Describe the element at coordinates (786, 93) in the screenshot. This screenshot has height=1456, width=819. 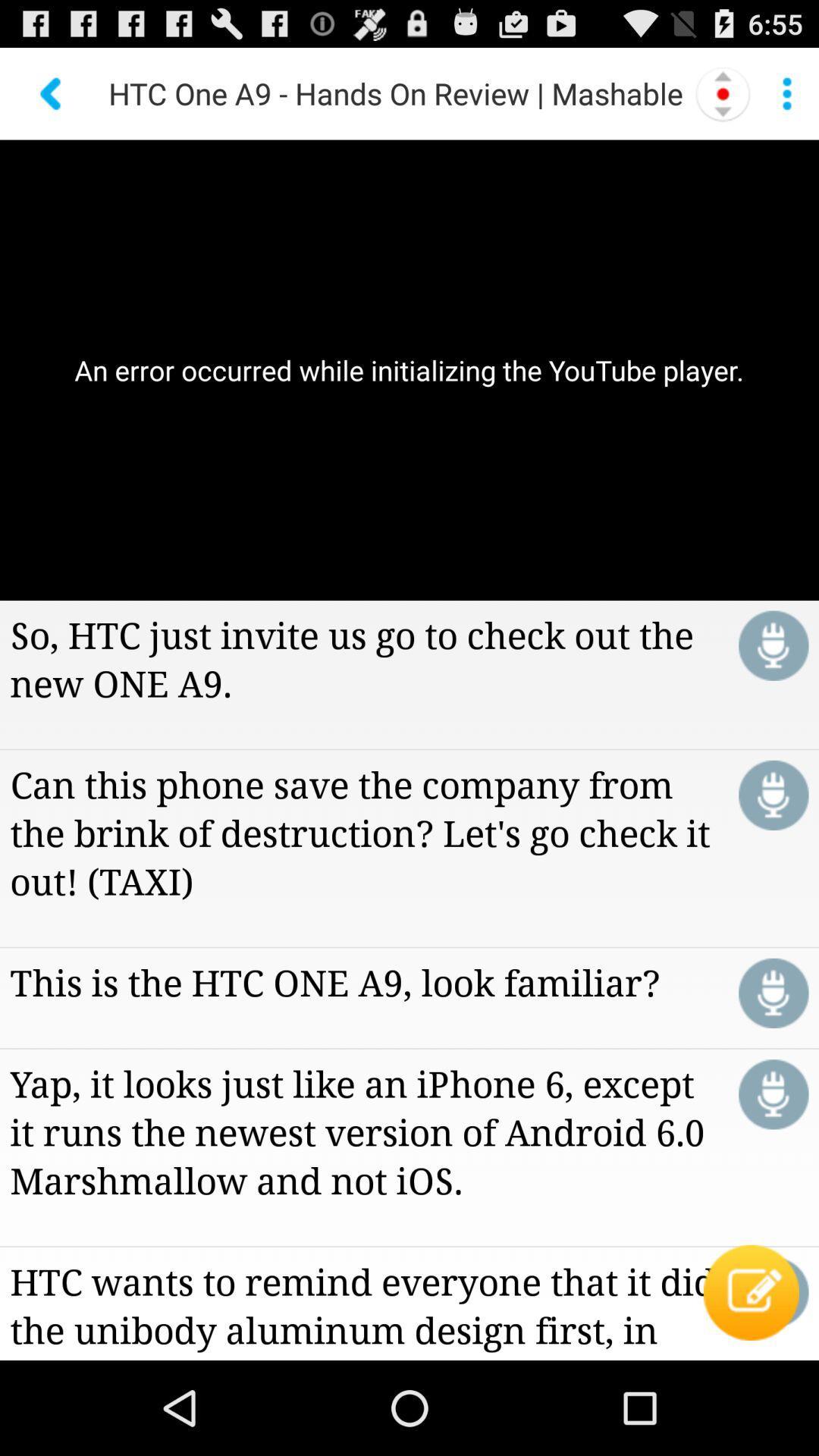
I see `the three dot menu option` at that location.